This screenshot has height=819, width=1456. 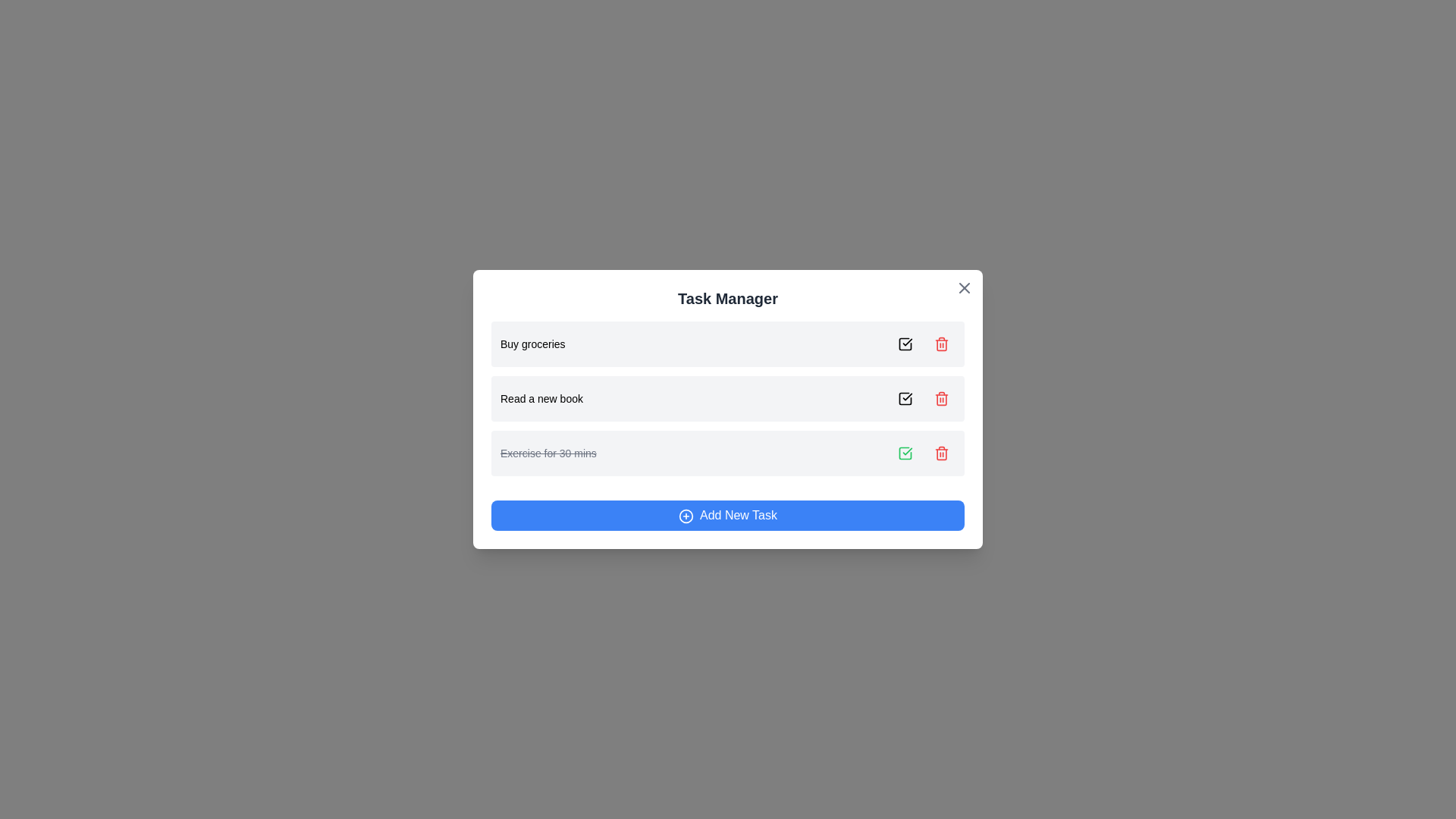 What do you see at coordinates (941, 453) in the screenshot?
I see `the rectangular outline with rounded corners that represents the trash bin icon, located at the right end of the third list item associated with the text 'Exercise for 30 mins'` at bounding box center [941, 453].